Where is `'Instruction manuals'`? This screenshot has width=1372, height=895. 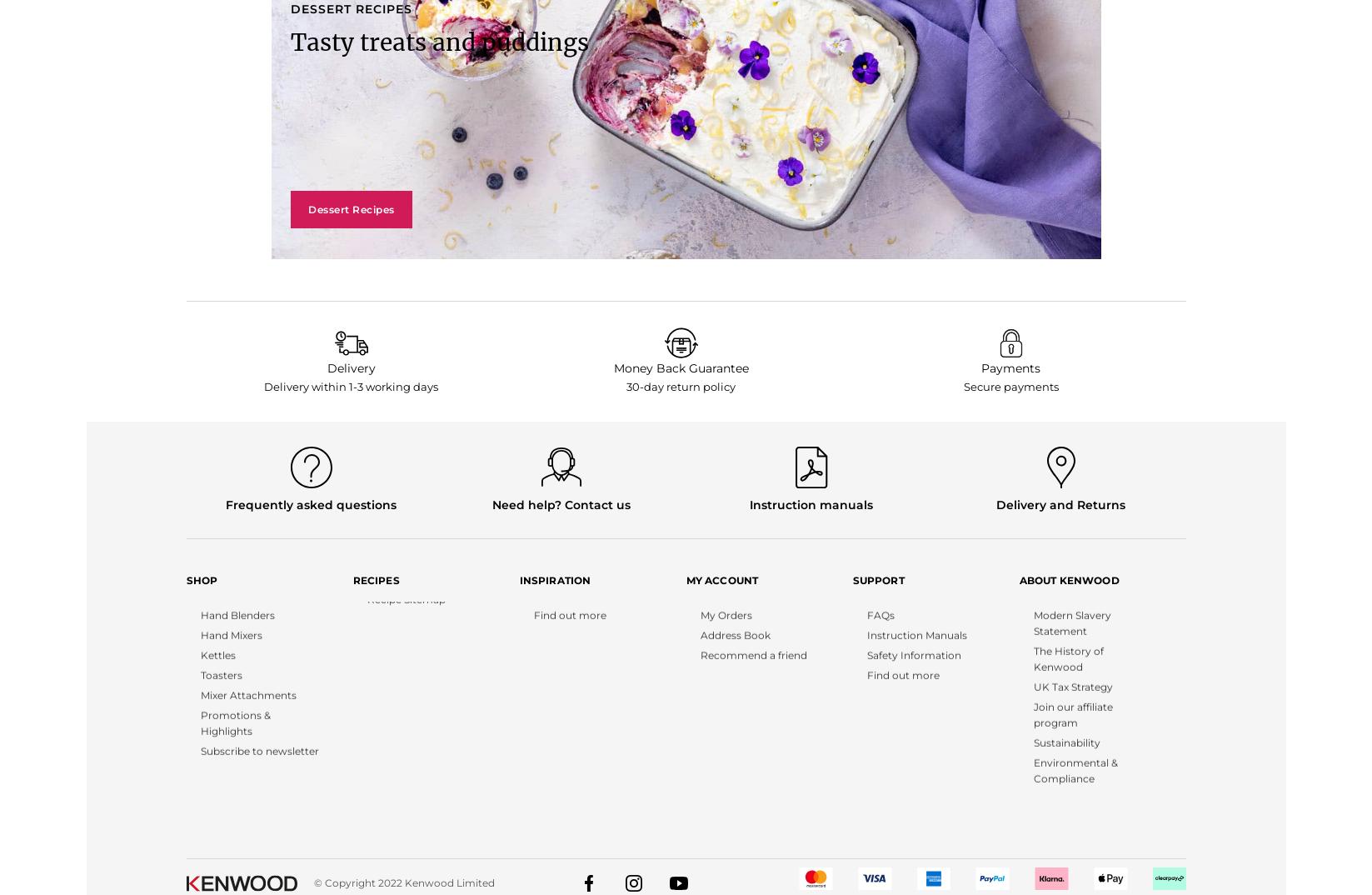 'Instruction manuals' is located at coordinates (810, 504).